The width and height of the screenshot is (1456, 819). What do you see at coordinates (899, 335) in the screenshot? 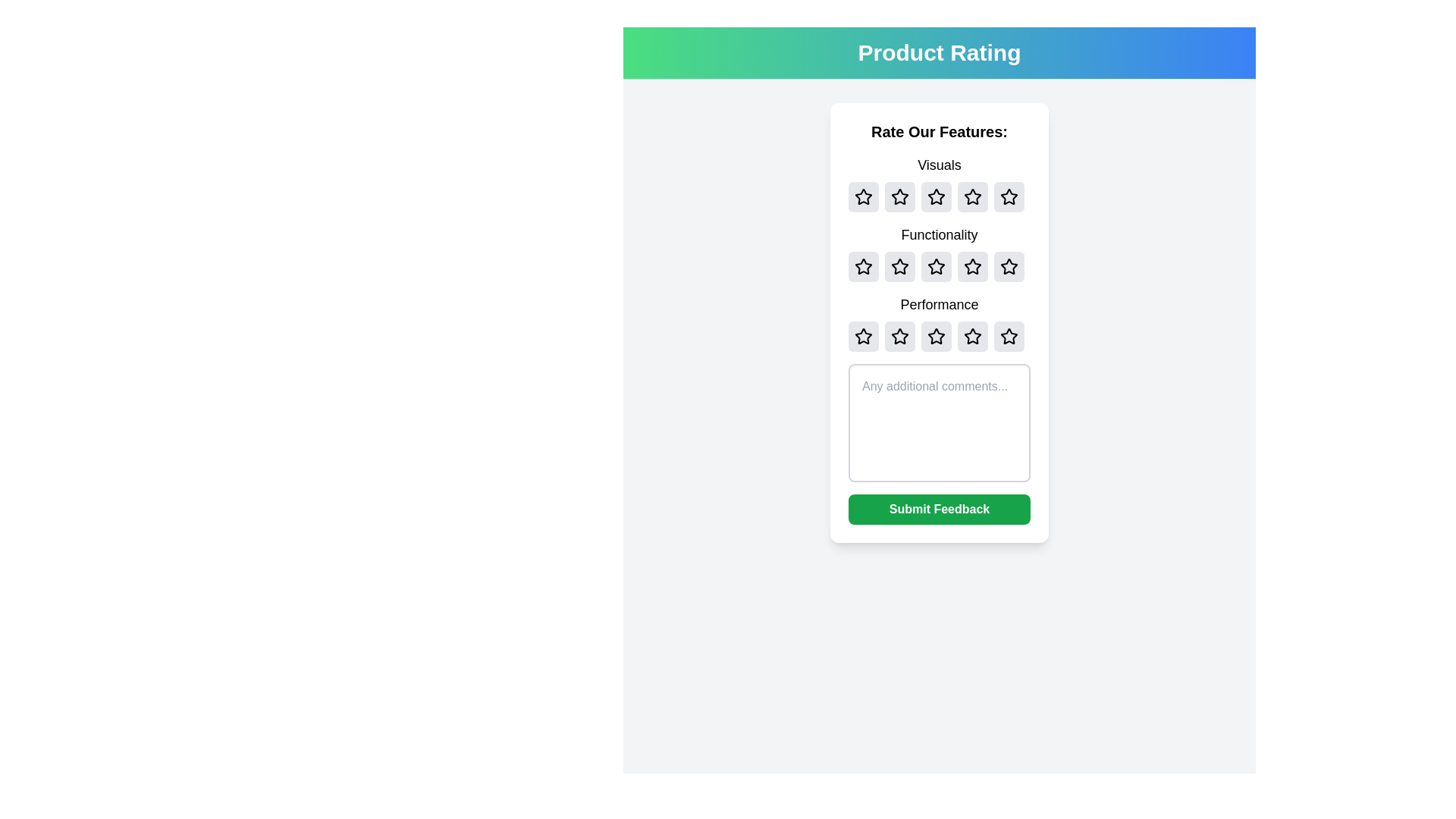
I see `the second star-shaped icon in the Performance rating group to trigger a visual response` at bounding box center [899, 335].